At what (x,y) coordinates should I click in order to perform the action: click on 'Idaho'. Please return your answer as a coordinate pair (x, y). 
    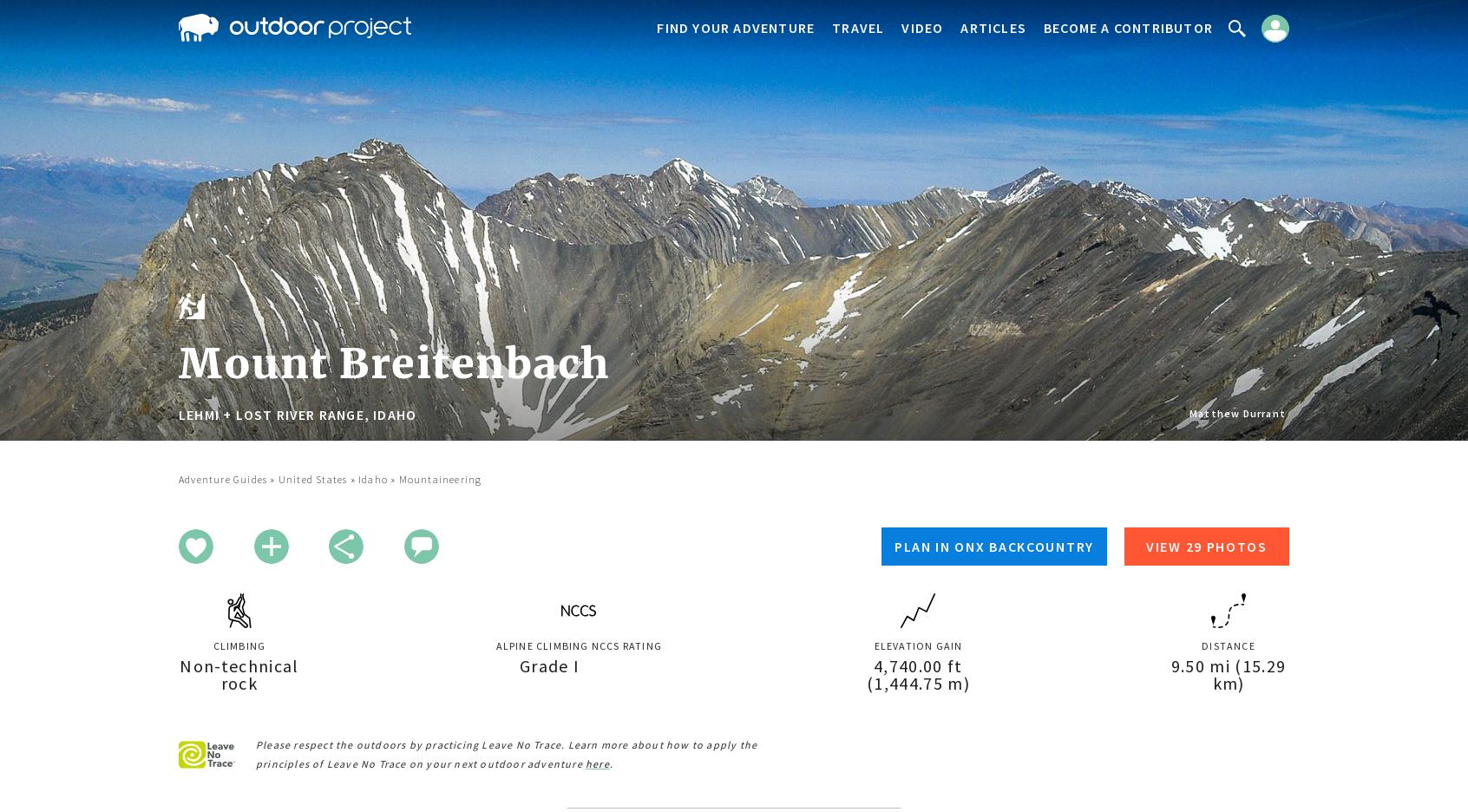
    Looking at the image, I should click on (371, 478).